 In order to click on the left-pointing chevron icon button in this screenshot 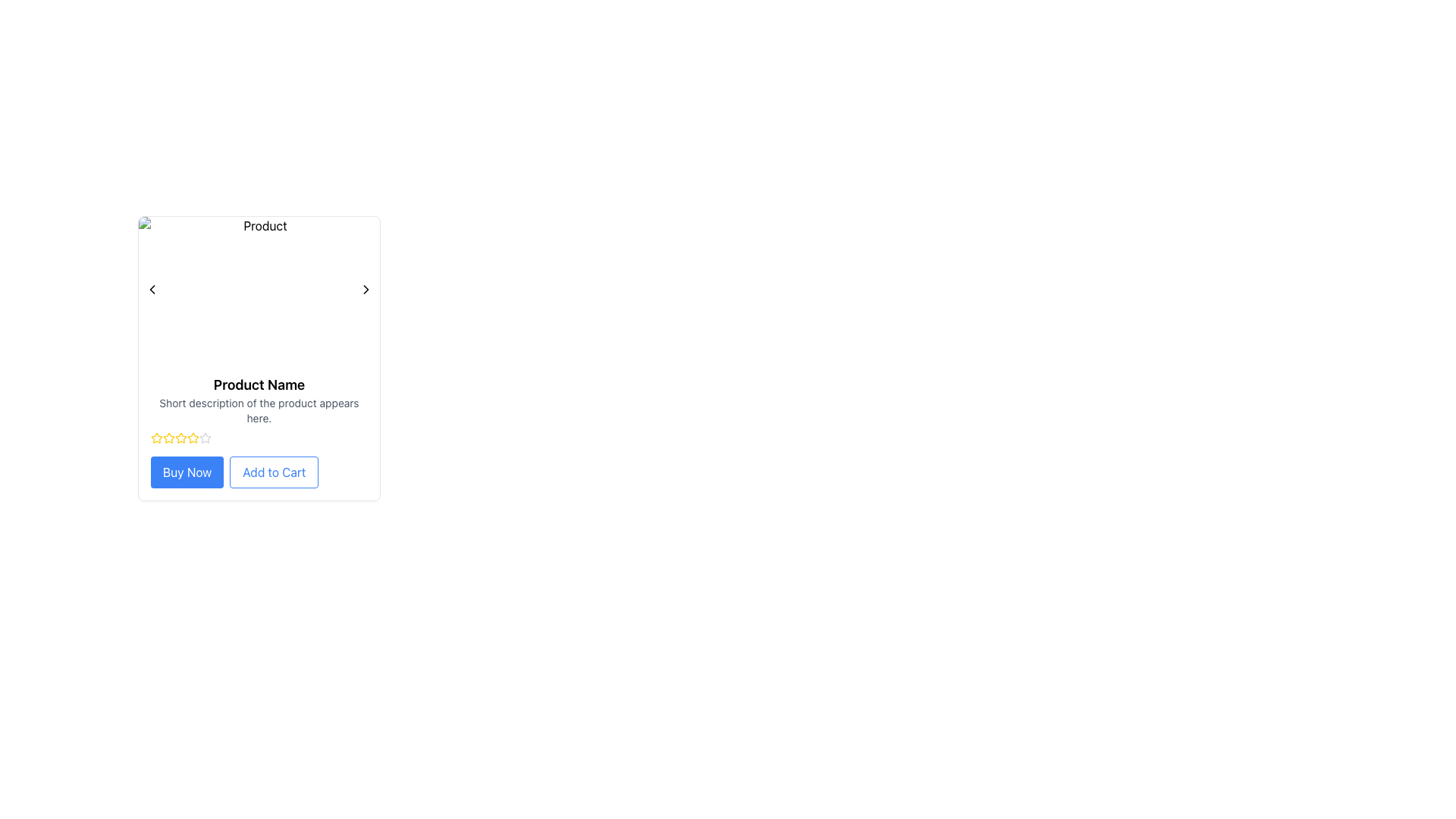, I will do `click(152, 289)`.